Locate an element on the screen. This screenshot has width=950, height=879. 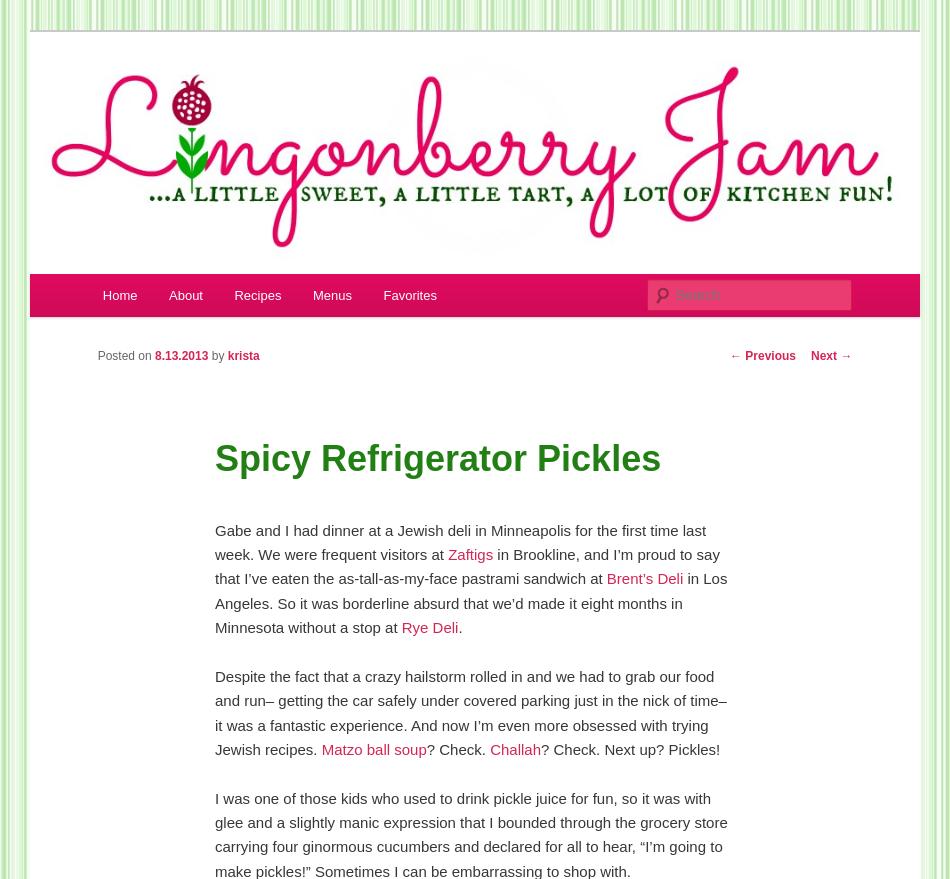
'in Brookline, and I’m proud to say that I’ve eaten the as-tall-as-my-face pastrami sandwich at' is located at coordinates (465, 564).